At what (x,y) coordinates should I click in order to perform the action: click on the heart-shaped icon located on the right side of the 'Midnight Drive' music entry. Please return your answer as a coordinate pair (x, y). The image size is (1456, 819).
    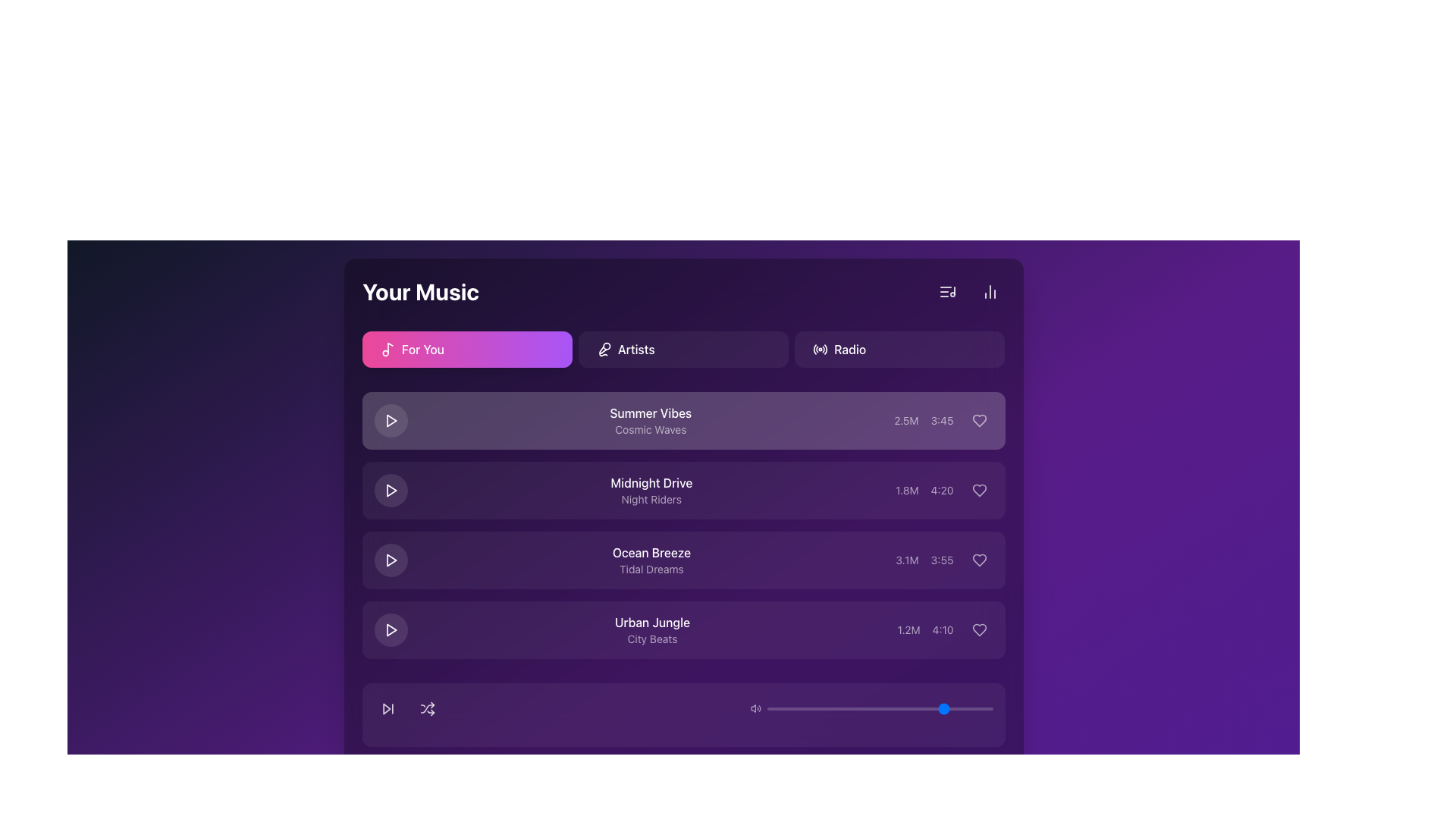
    Looking at the image, I should click on (979, 491).